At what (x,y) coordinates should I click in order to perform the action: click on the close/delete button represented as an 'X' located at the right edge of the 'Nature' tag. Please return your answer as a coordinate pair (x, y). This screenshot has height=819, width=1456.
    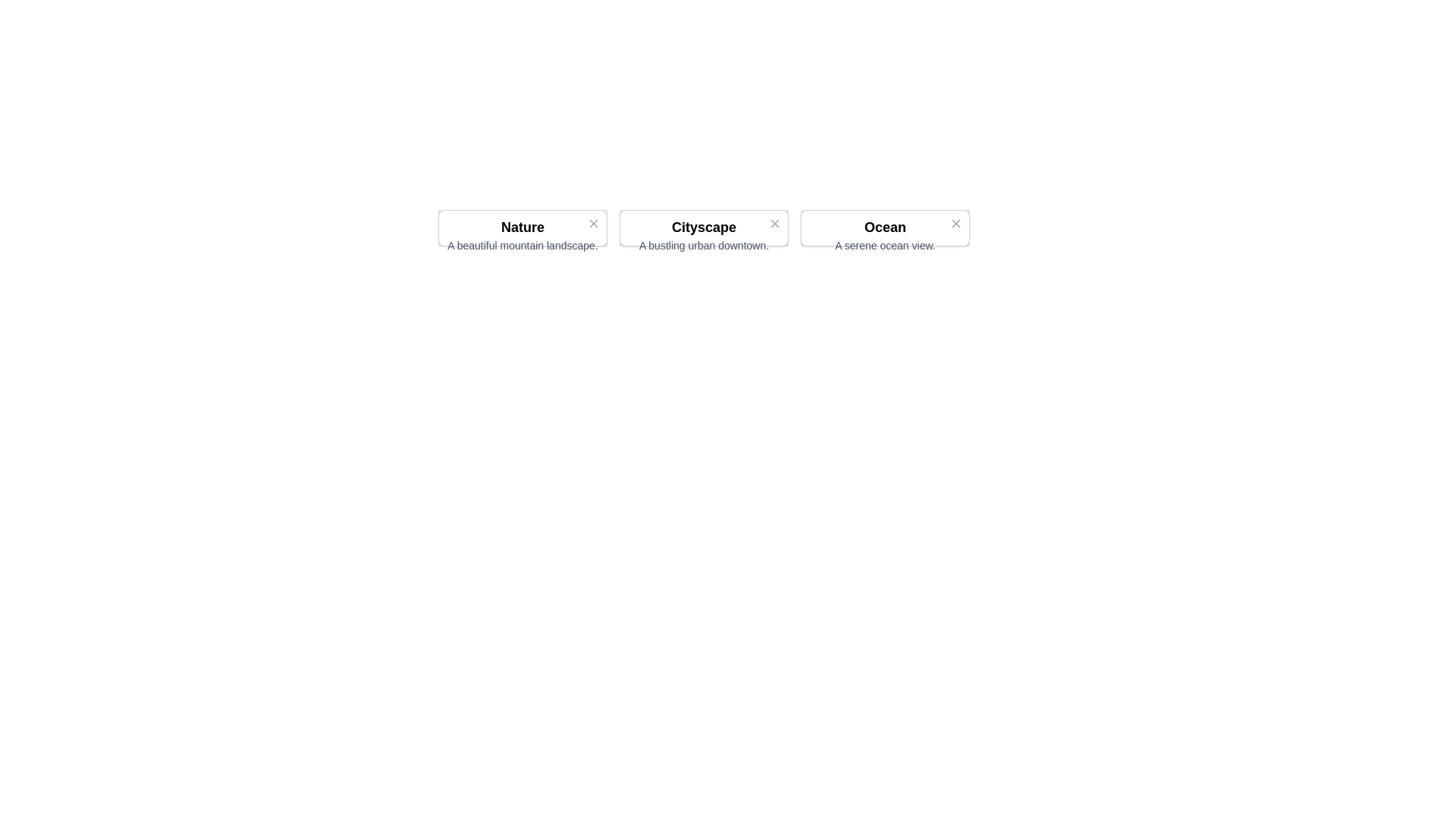
    Looking at the image, I should click on (592, 223).